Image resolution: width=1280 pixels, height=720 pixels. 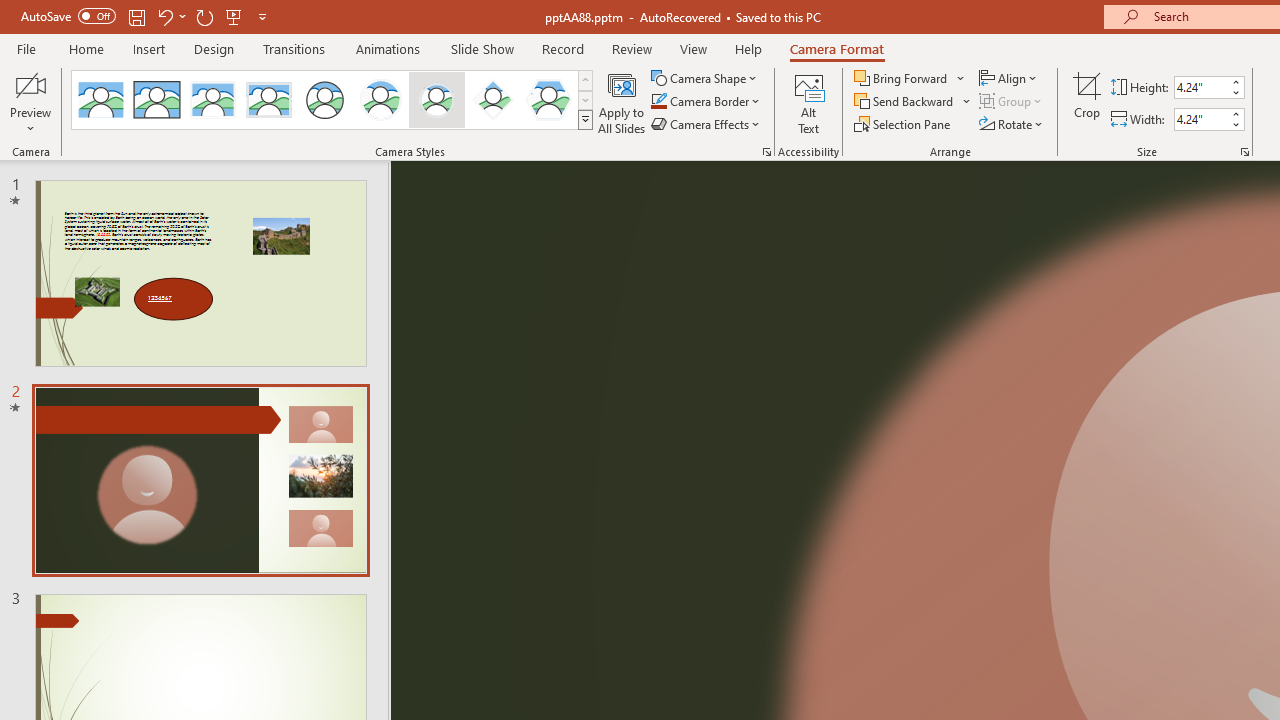 I want to click on 'Camera Shape', so click(x=705, y=77).